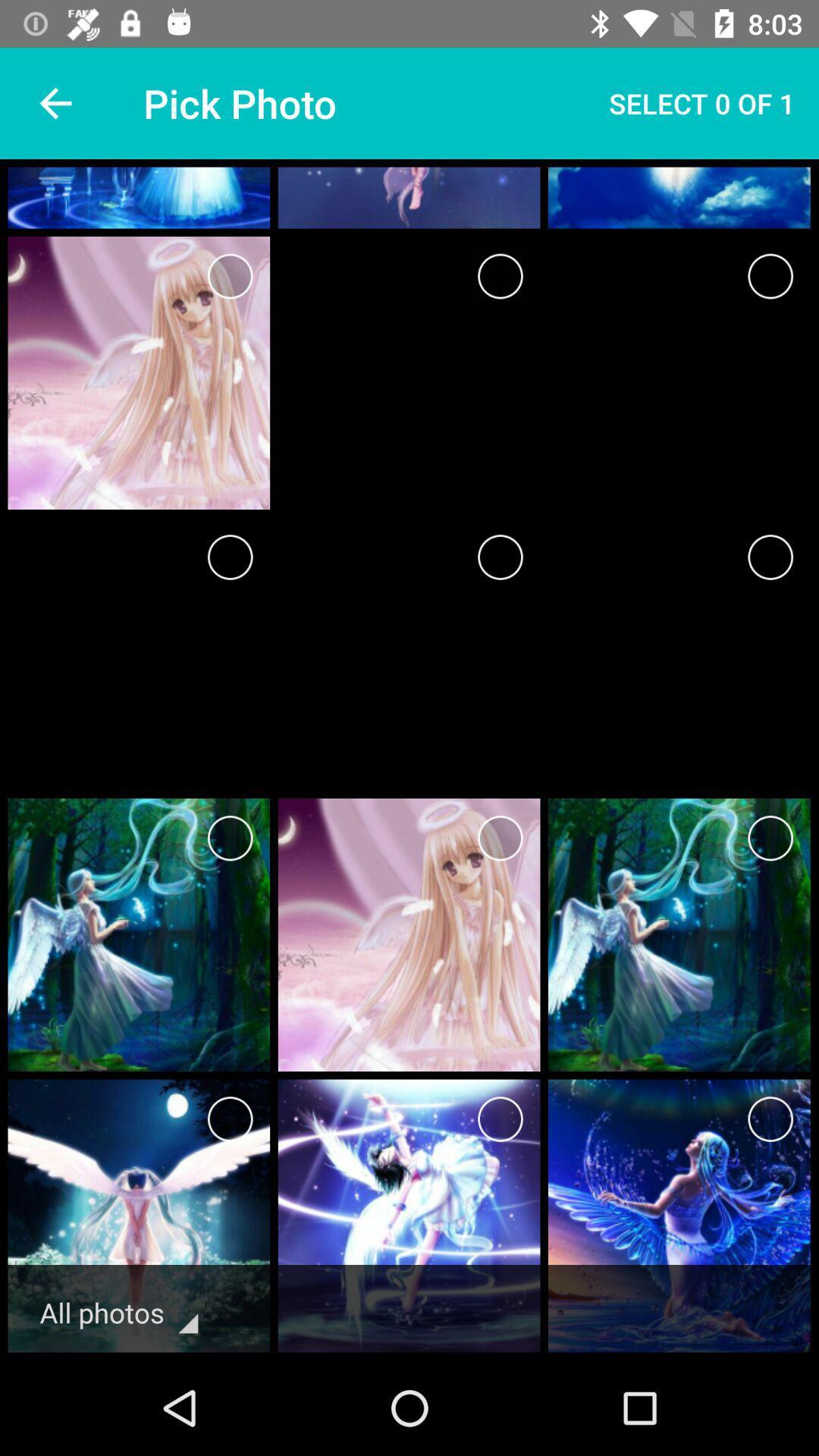 The width and height of the screenshot is (819, 1456). What do you see at coordinates (500, 1119) in the screenshot?
I see `the photo` at bounding box center [500, 1119].